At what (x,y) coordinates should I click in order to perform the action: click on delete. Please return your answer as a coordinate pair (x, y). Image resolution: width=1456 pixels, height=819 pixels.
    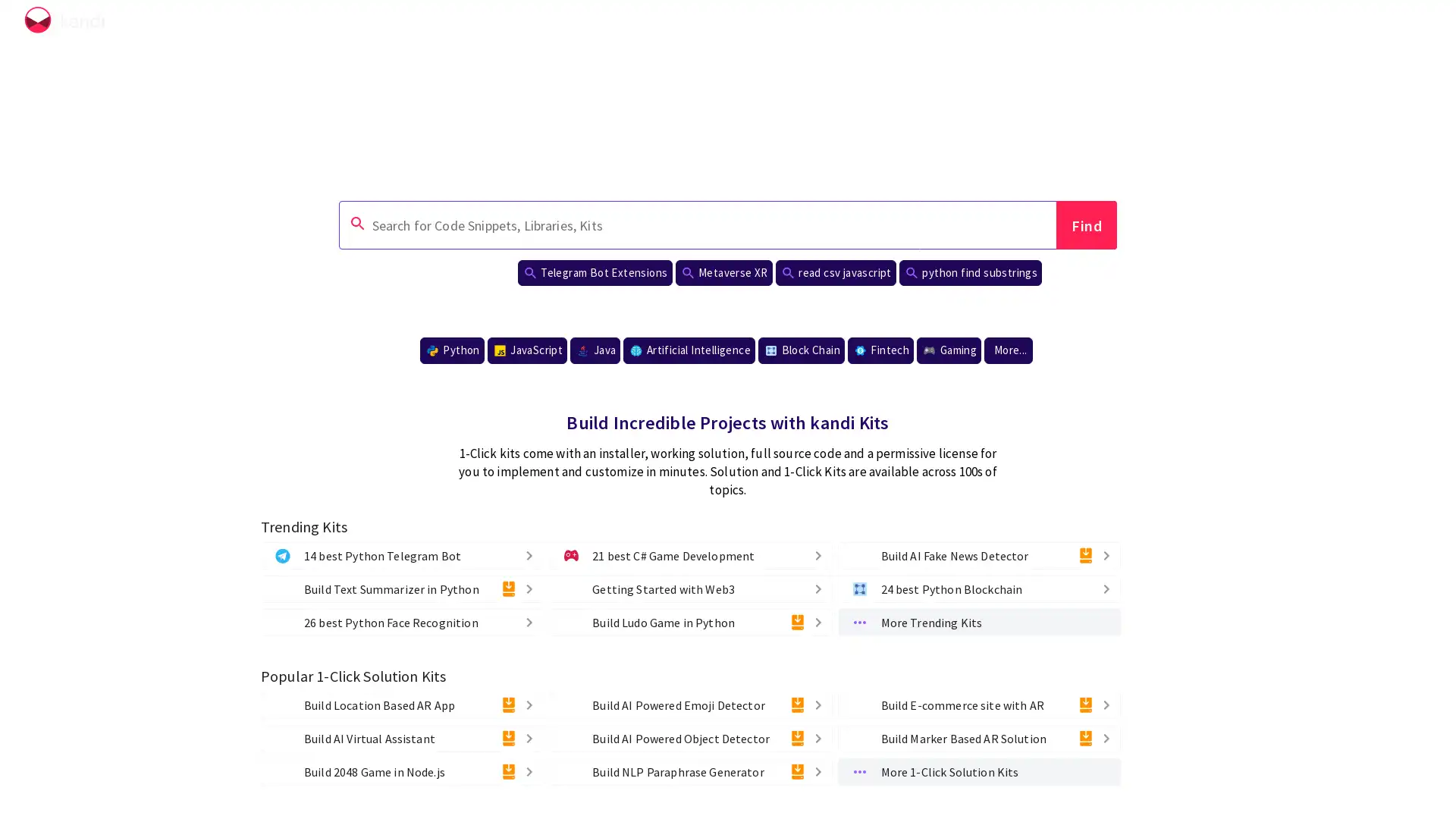
    Looking at the image, I should click on (817, 622).